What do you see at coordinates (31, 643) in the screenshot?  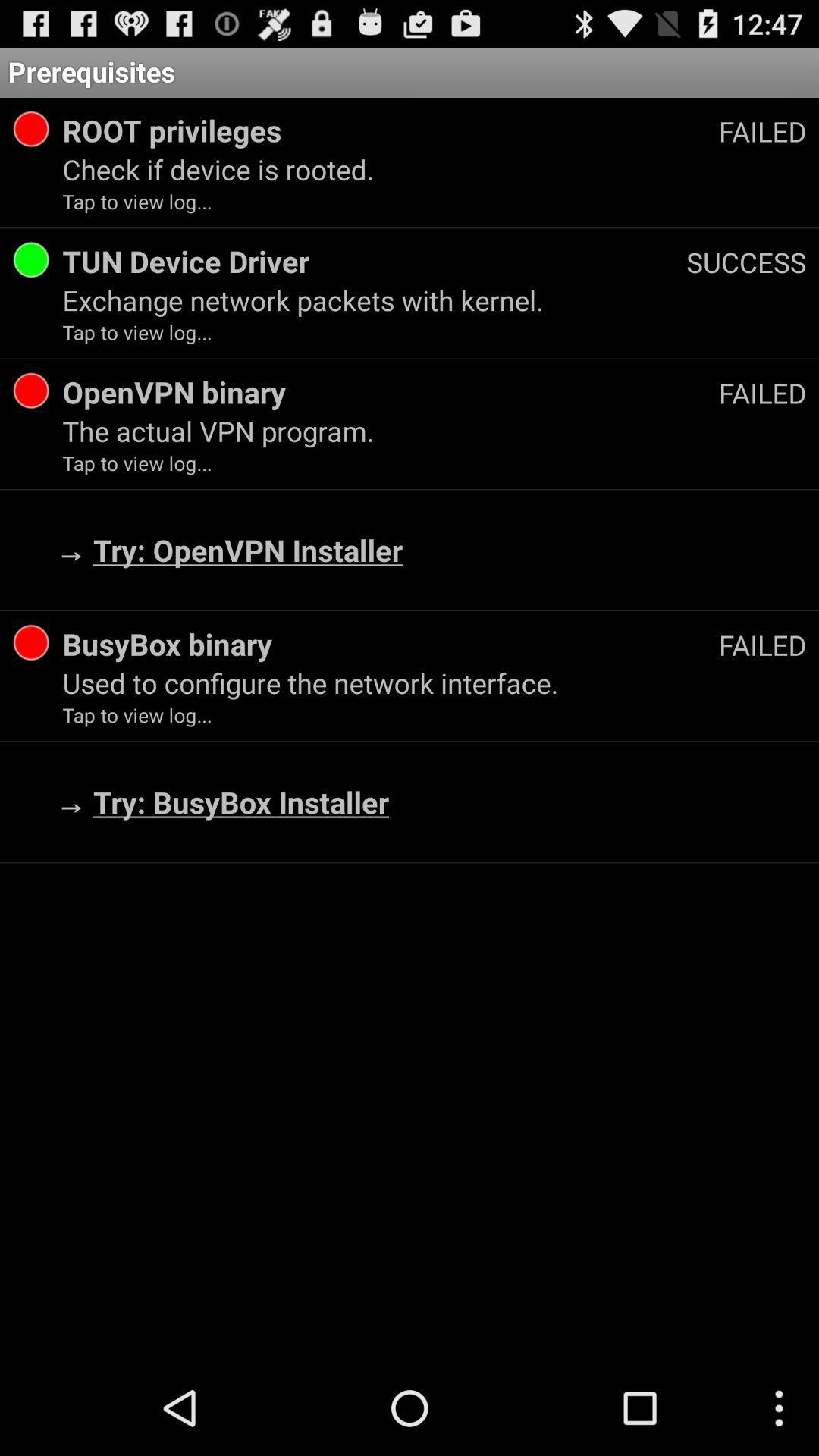 I see `the last red dot` at bounding box center [31, 643].